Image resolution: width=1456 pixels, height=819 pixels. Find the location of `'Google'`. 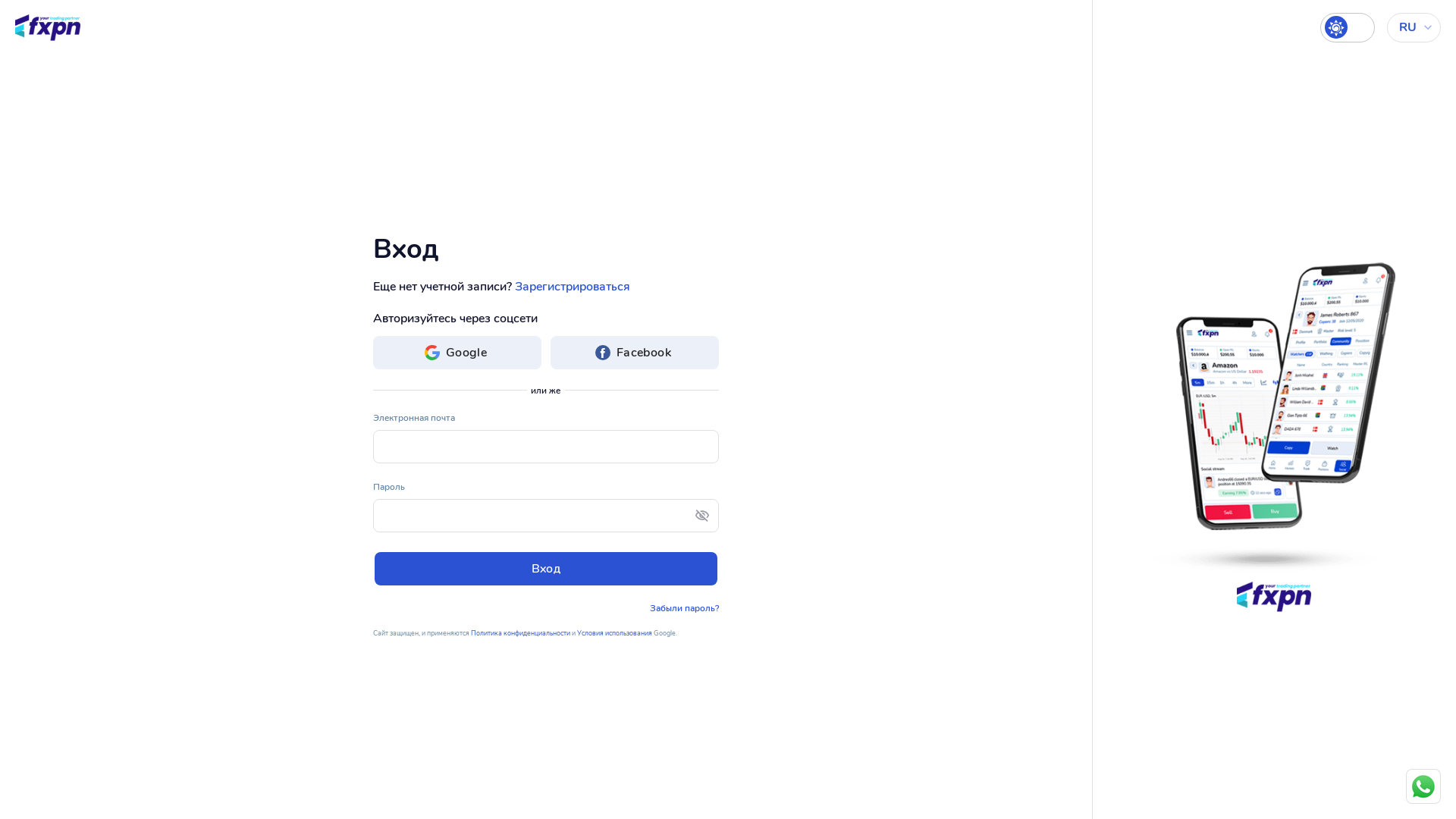

'Google' is located at coordinates (457, 353).